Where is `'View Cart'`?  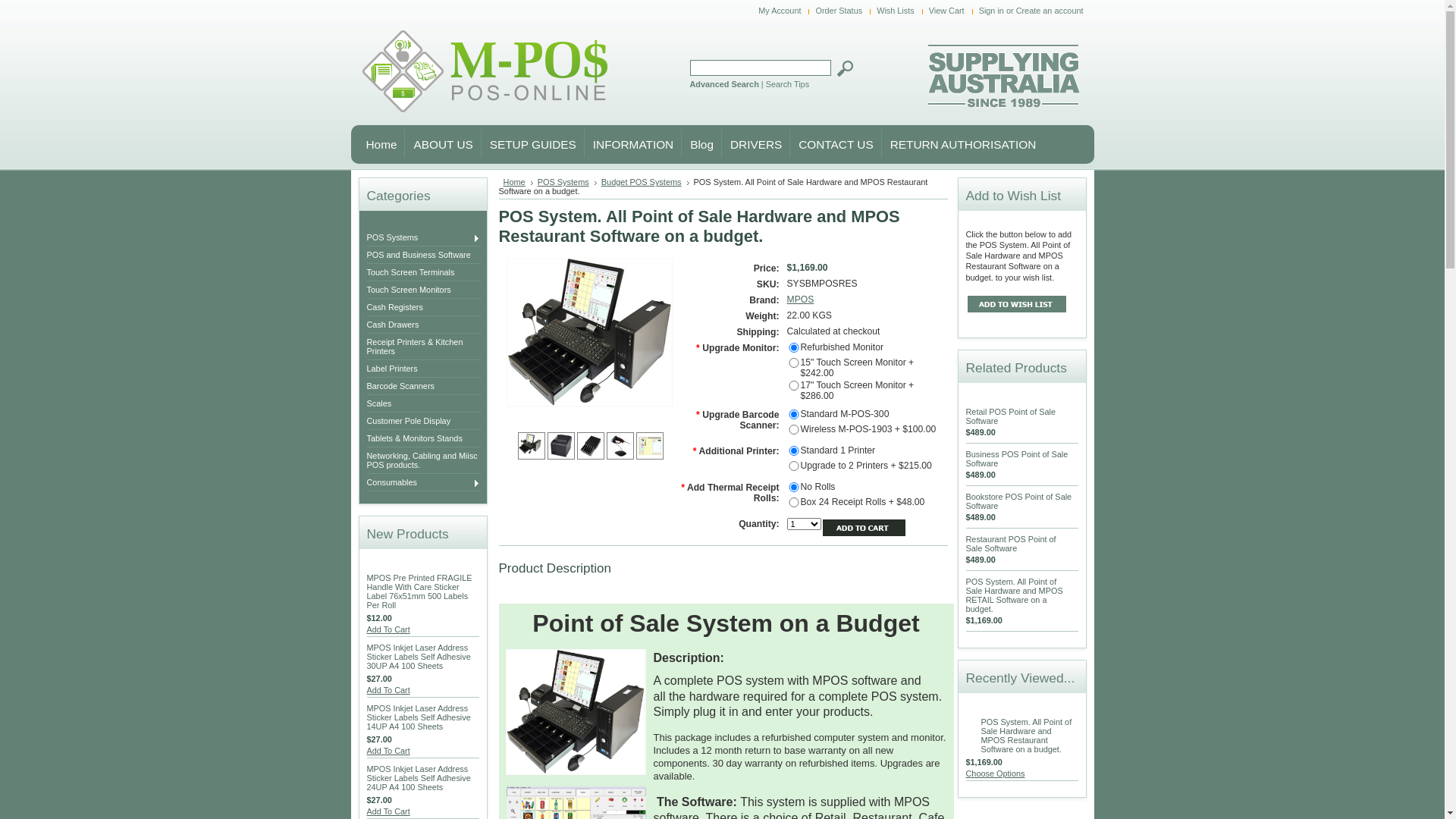
'View Cart' is located at coordinates (948, 11).